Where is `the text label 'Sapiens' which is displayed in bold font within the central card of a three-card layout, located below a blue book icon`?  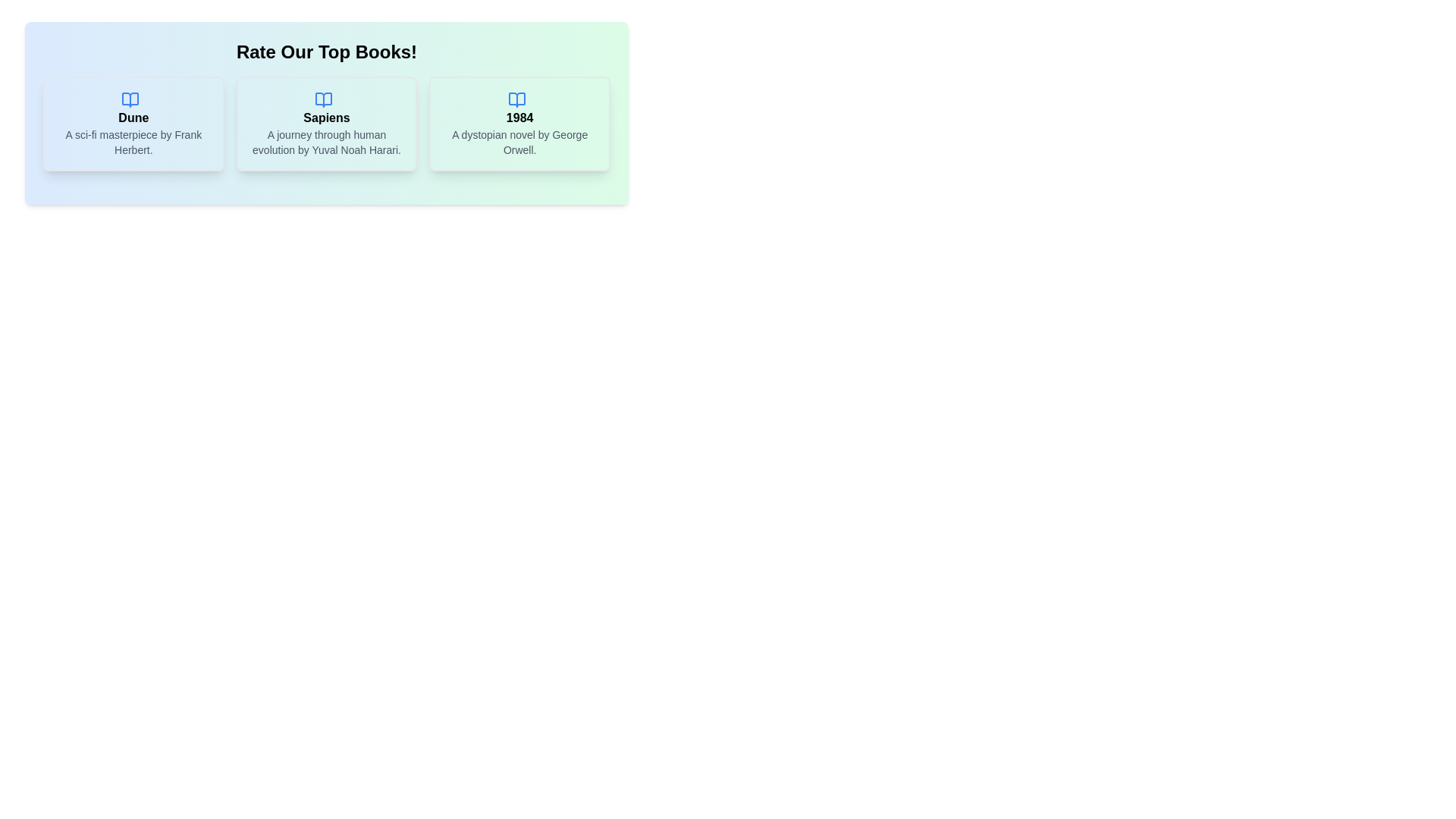 the text label 'Sapiens' which is displayed in bold font within the central card of a three-card layout, located below a blue book icon is located at coordinates (326, 117).